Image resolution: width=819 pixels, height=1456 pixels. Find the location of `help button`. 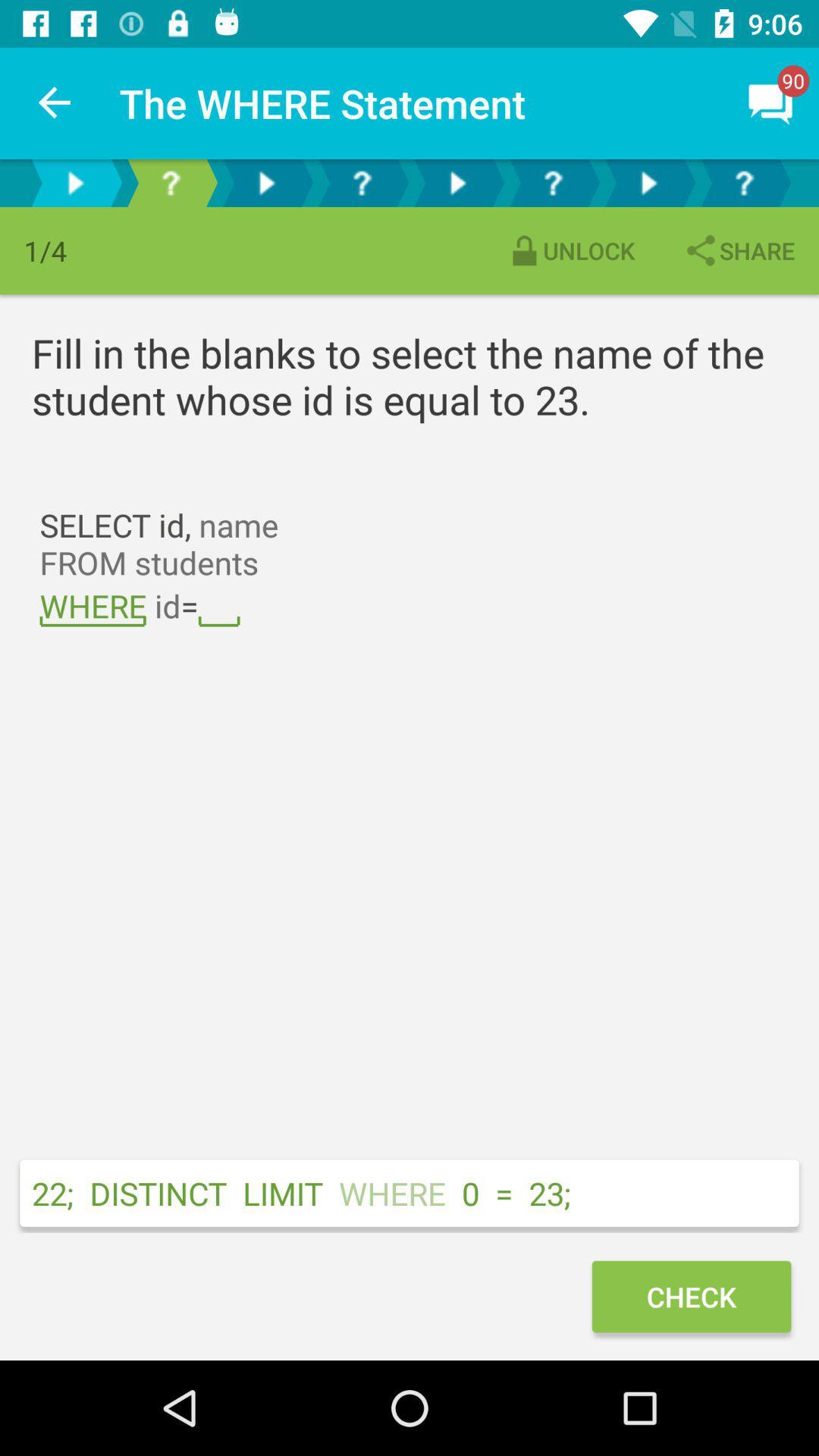

help button is located at coordinates (742, 182).